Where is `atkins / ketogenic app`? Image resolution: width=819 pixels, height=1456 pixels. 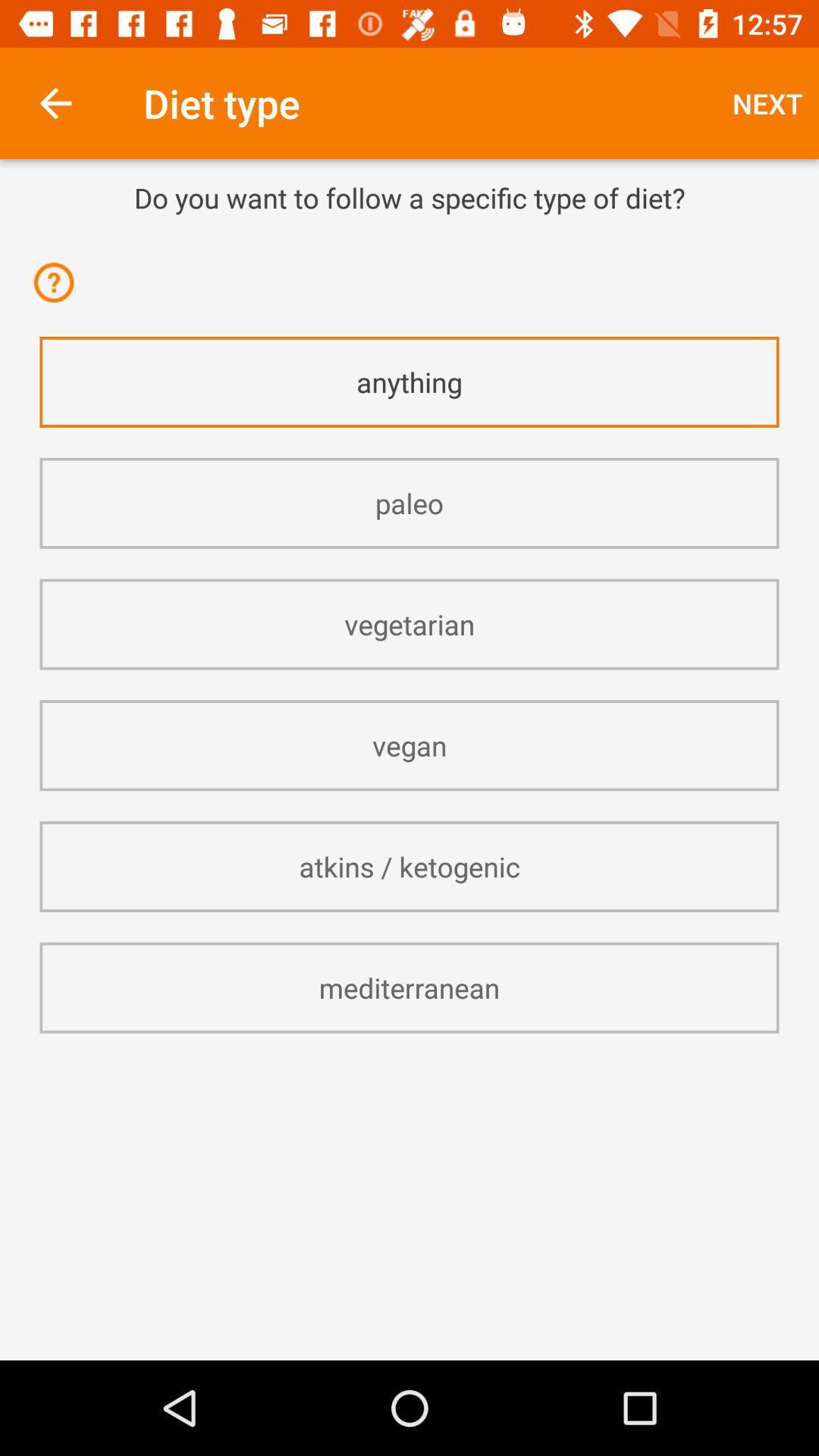
atkins / ketogenic app is located at coordinates (409, 866).